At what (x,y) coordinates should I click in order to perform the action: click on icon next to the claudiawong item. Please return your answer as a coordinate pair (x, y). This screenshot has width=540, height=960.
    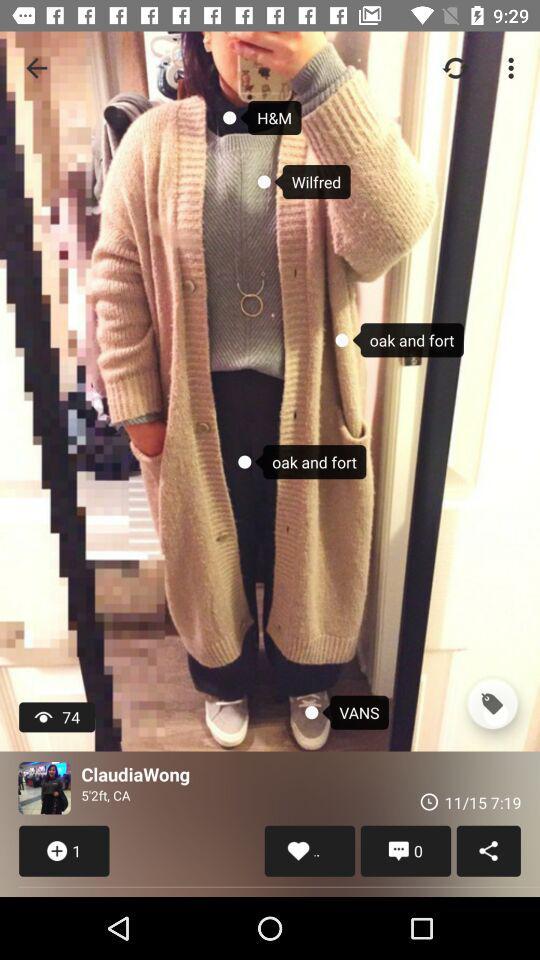
    Looking at the image, I should click on (44, 788).